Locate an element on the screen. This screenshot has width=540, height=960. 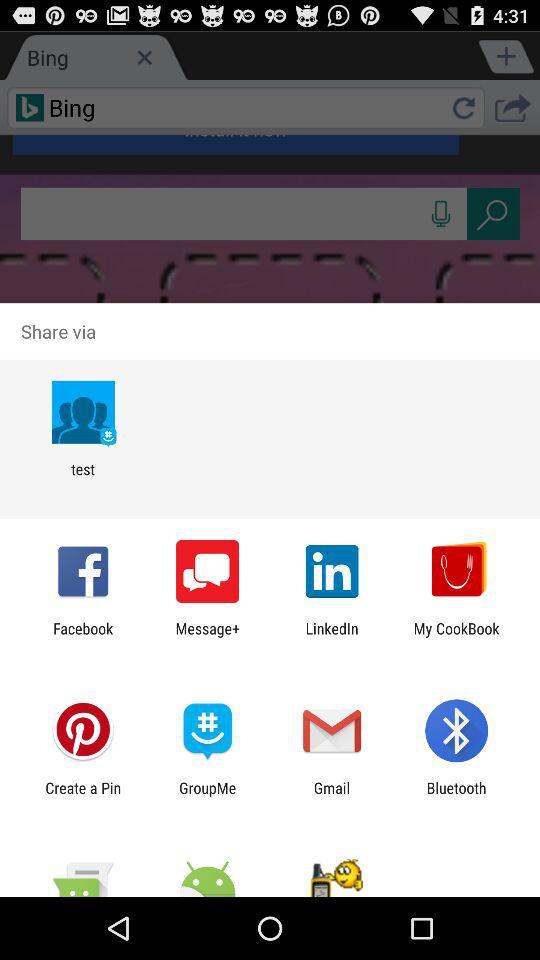
message+ item is located at coordinates (206, 636).